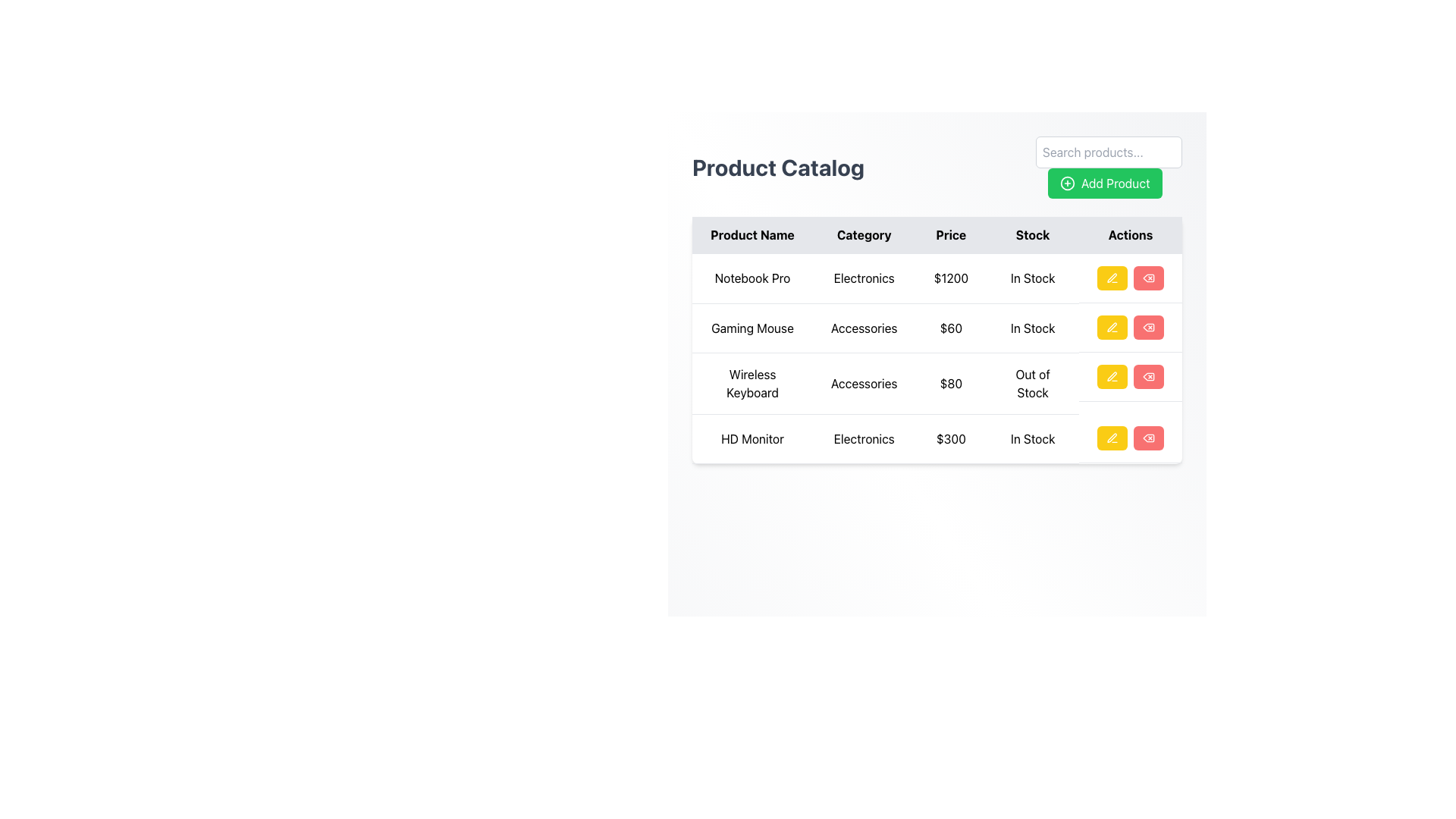  I want to click on the 'Price' text field for the 'Gaming Mouse', so click(937, 338).